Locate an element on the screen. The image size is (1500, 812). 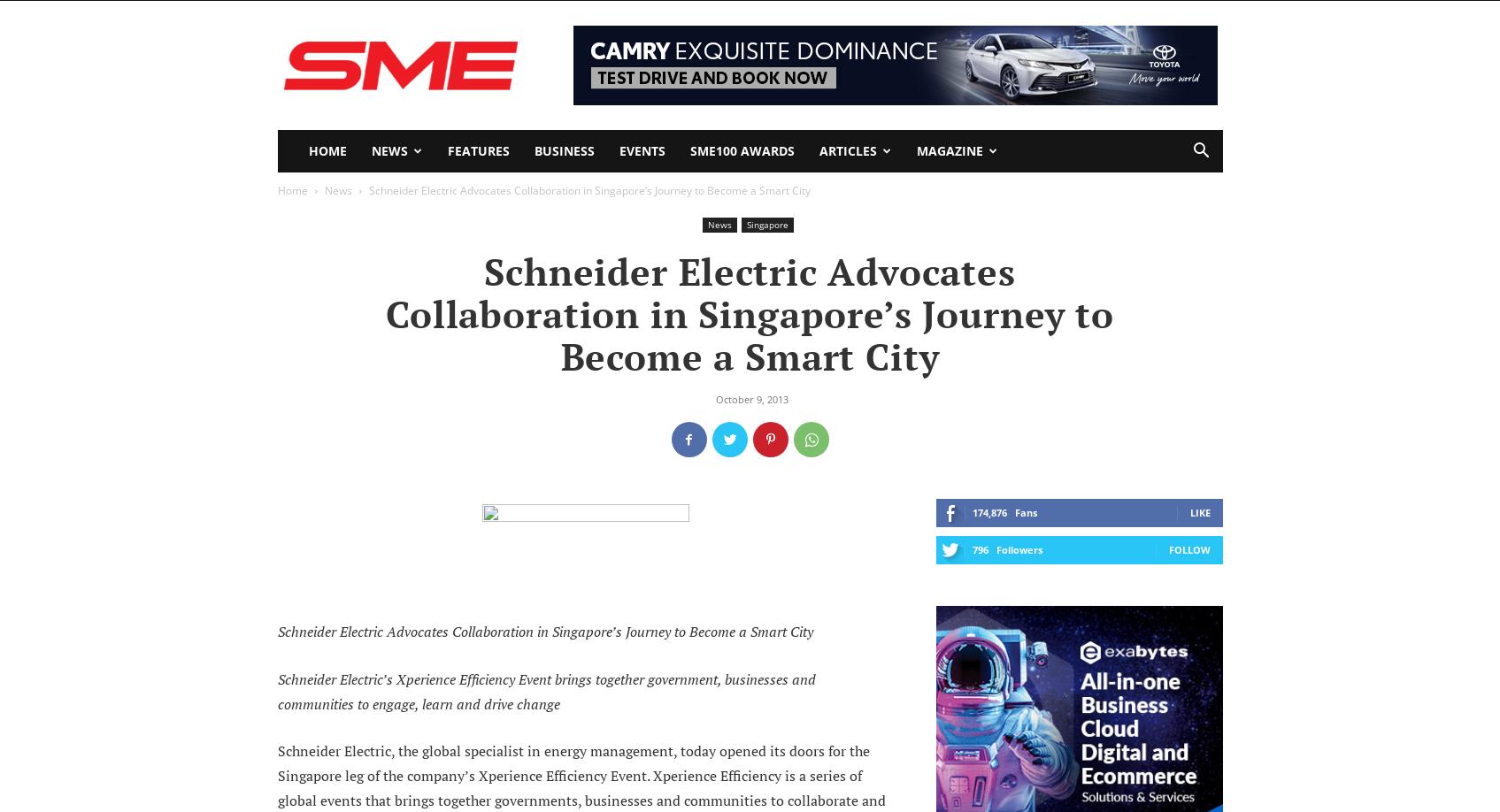
'Home' is located at coordinates (291, 190).